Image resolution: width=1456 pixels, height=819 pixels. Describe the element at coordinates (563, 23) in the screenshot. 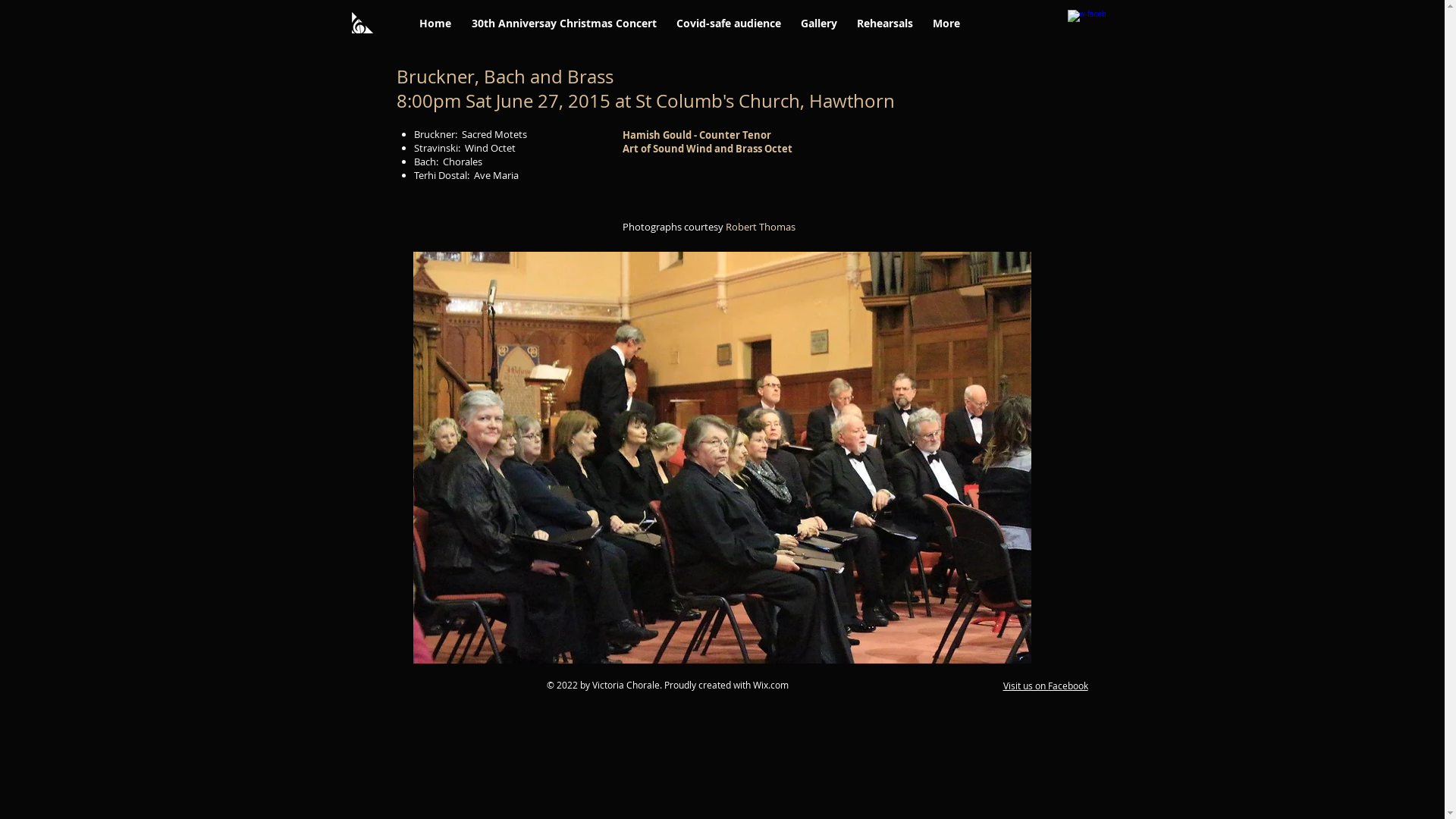

I see `'30th Anniversay Christmas Concert'` at that location.